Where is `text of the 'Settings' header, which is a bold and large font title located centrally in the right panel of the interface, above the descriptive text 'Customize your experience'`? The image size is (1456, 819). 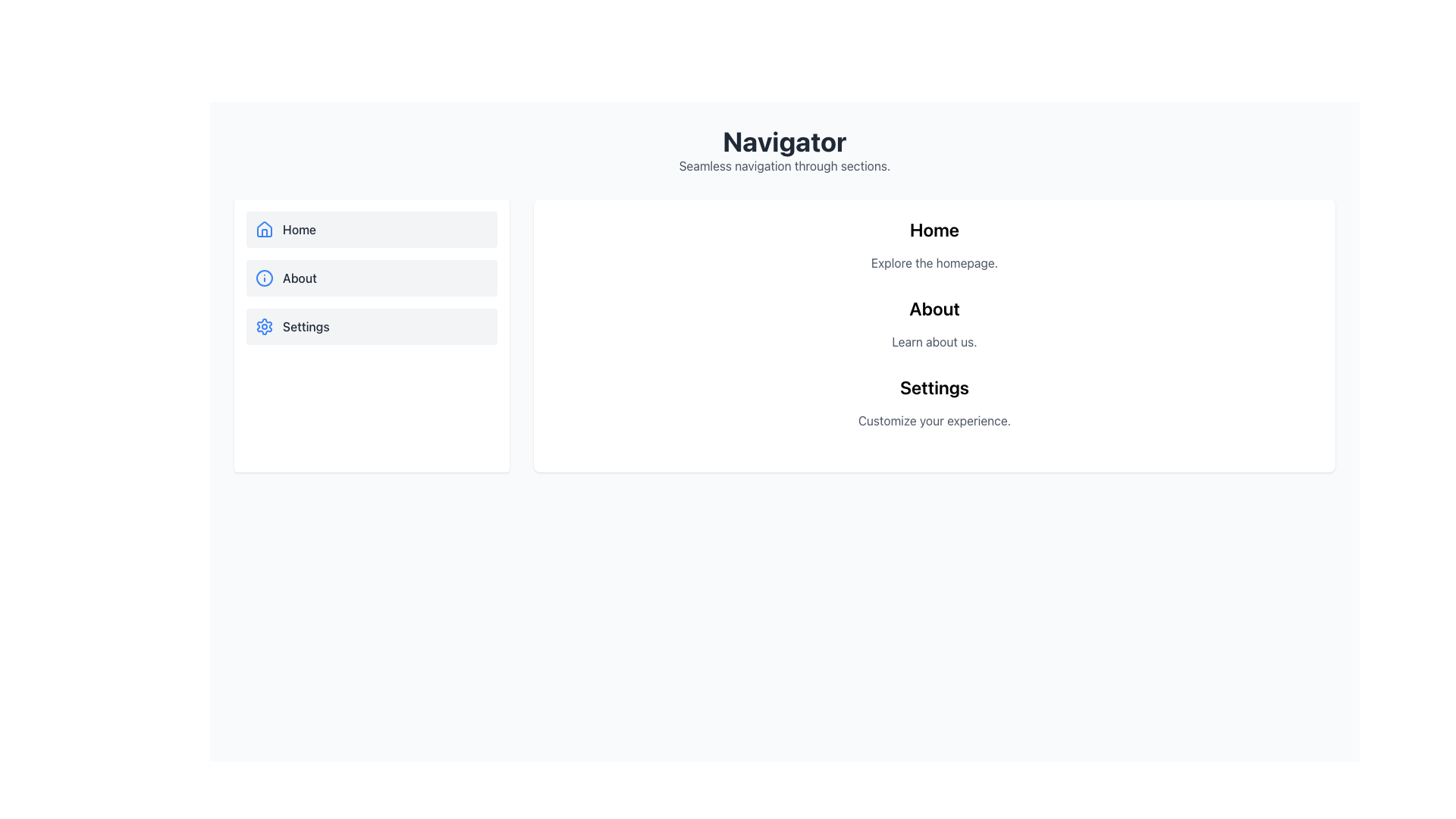 text of the 'Settings' header, which is a bold and large font title located centrally in the right panel of the interface, above the descriptive text 'Customize your experience' is located at coordinates (934, 386).